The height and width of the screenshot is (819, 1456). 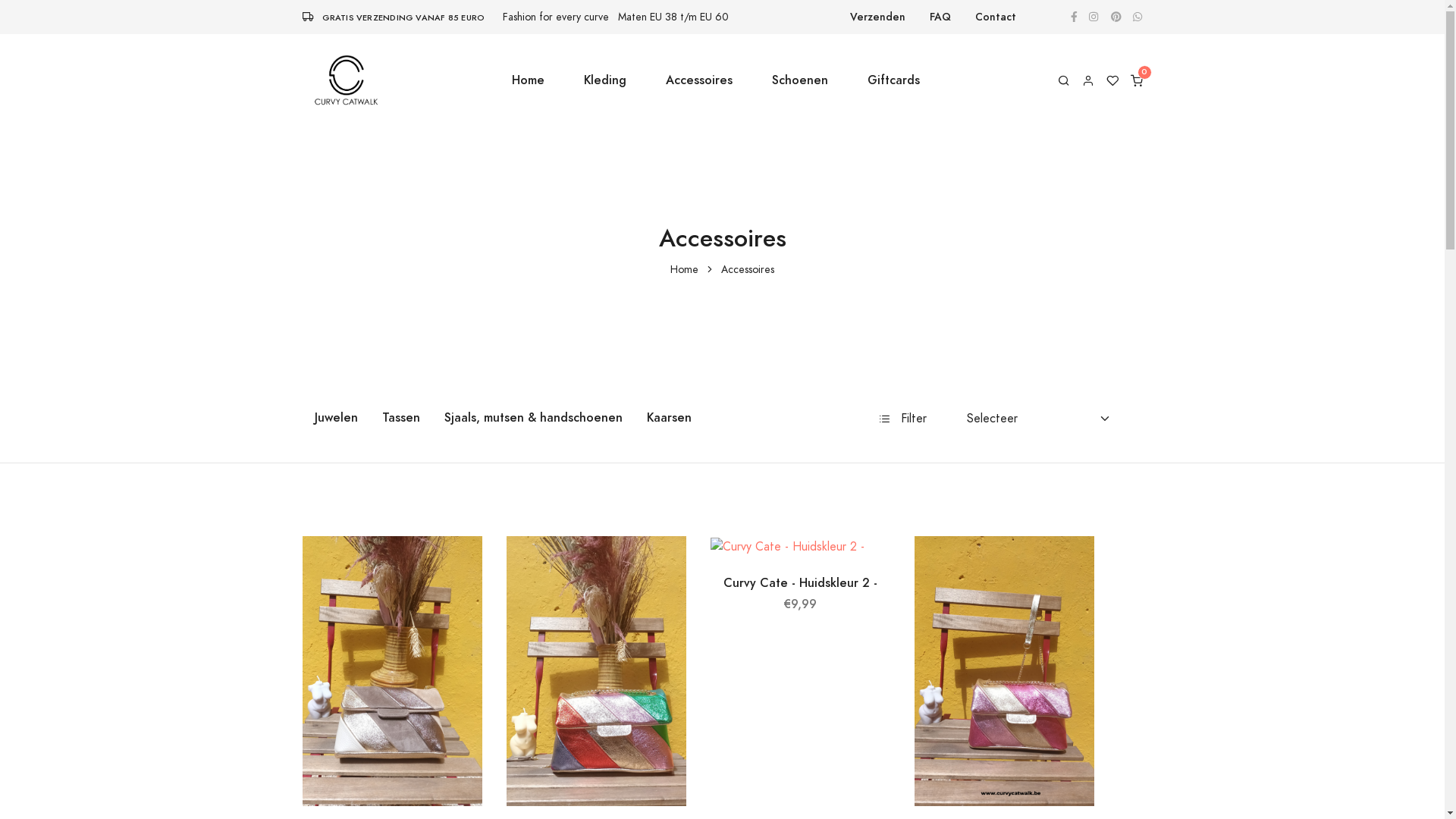 I want to click on 'Verzenden', so click(x=877, y=17).